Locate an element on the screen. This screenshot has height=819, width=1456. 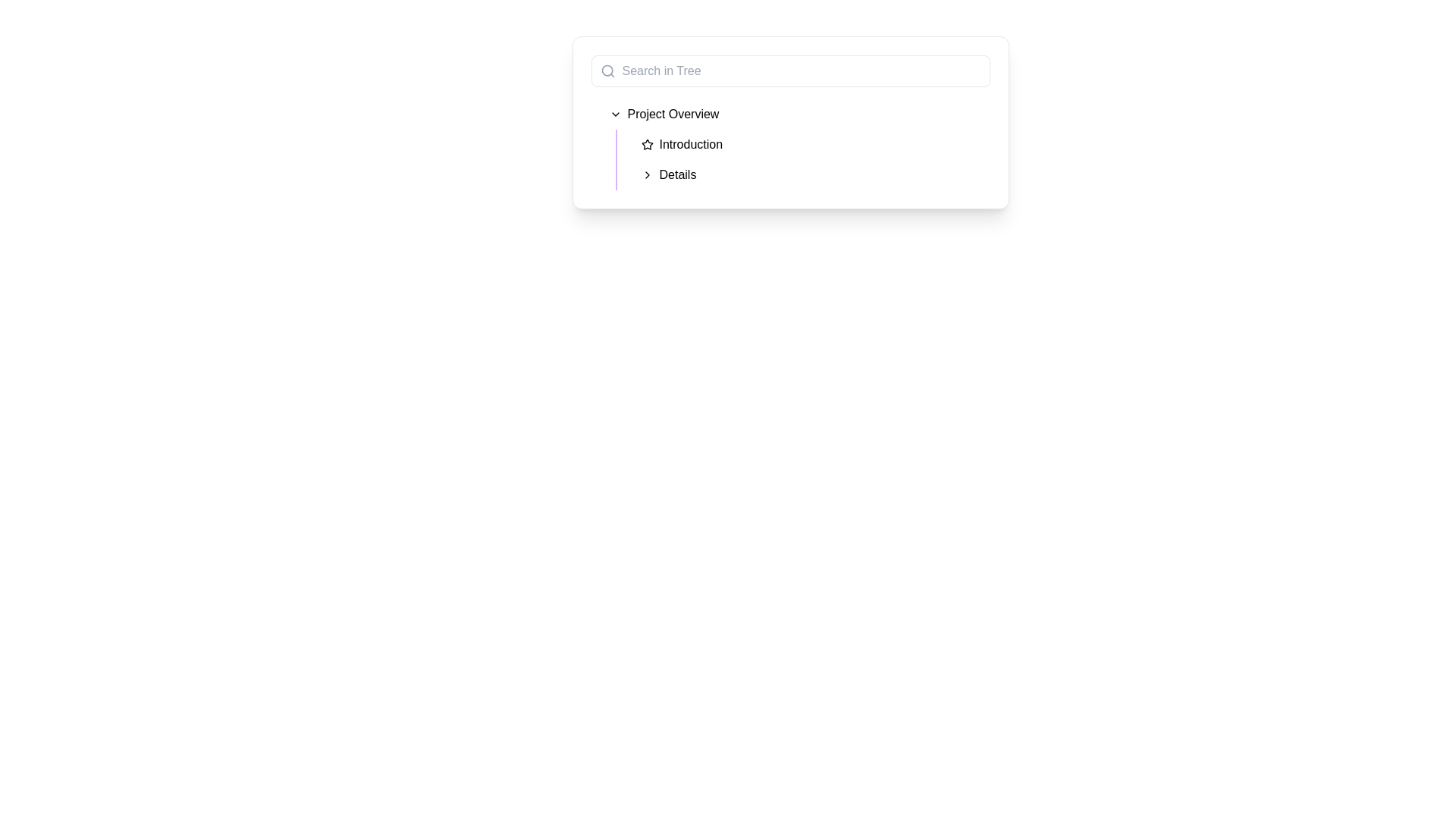
the downward-pointing chevron icon in the 'Project Overview' section is located at coordinates (615, 113).